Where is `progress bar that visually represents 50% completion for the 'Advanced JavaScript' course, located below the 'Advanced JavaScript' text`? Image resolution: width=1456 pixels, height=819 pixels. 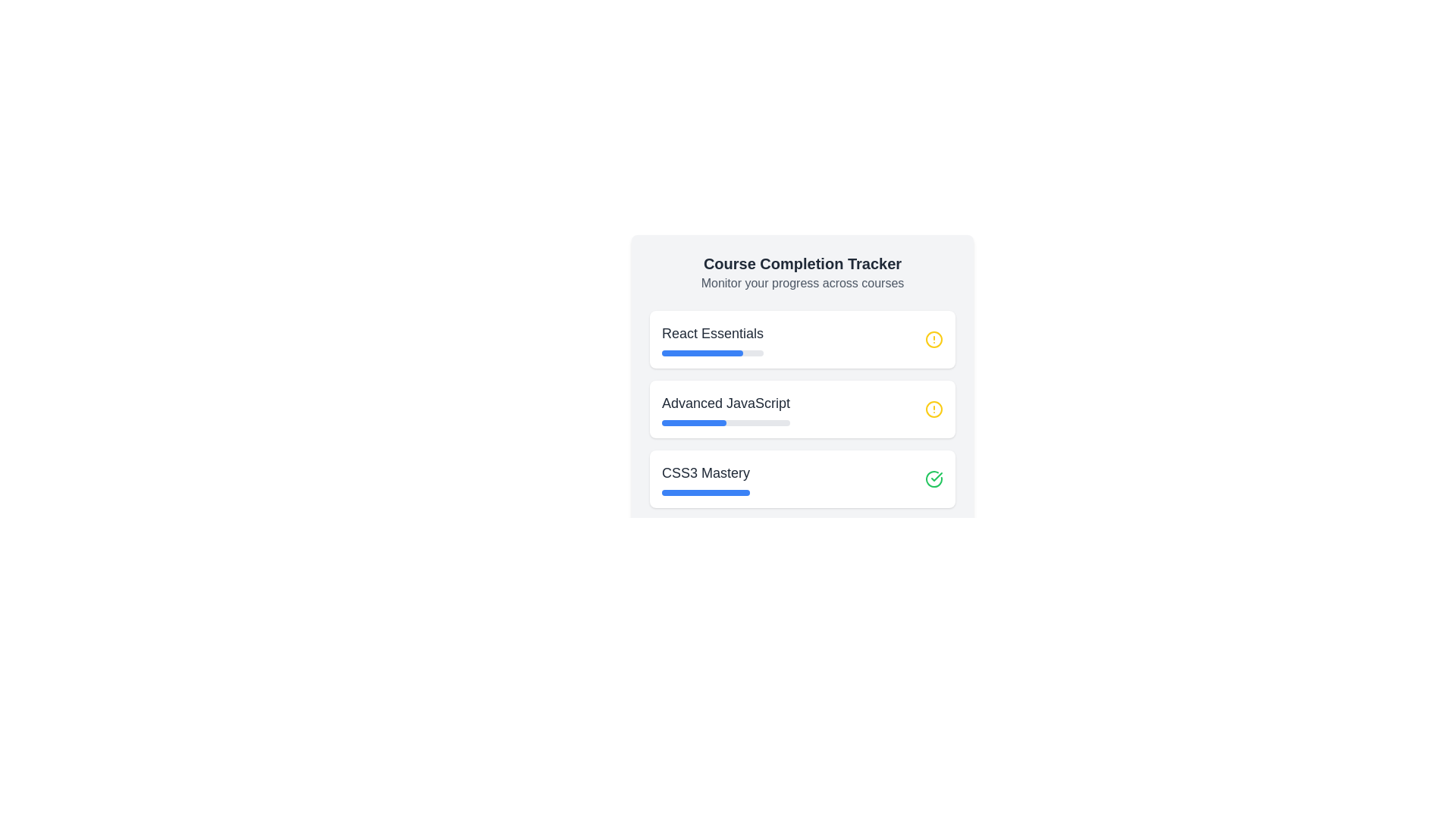 progress bar that visually represents 50% completion for the 'Advanced JavaScript' course, located below the 'Advanced JavaScript' text is located at coordinates (725, 423).